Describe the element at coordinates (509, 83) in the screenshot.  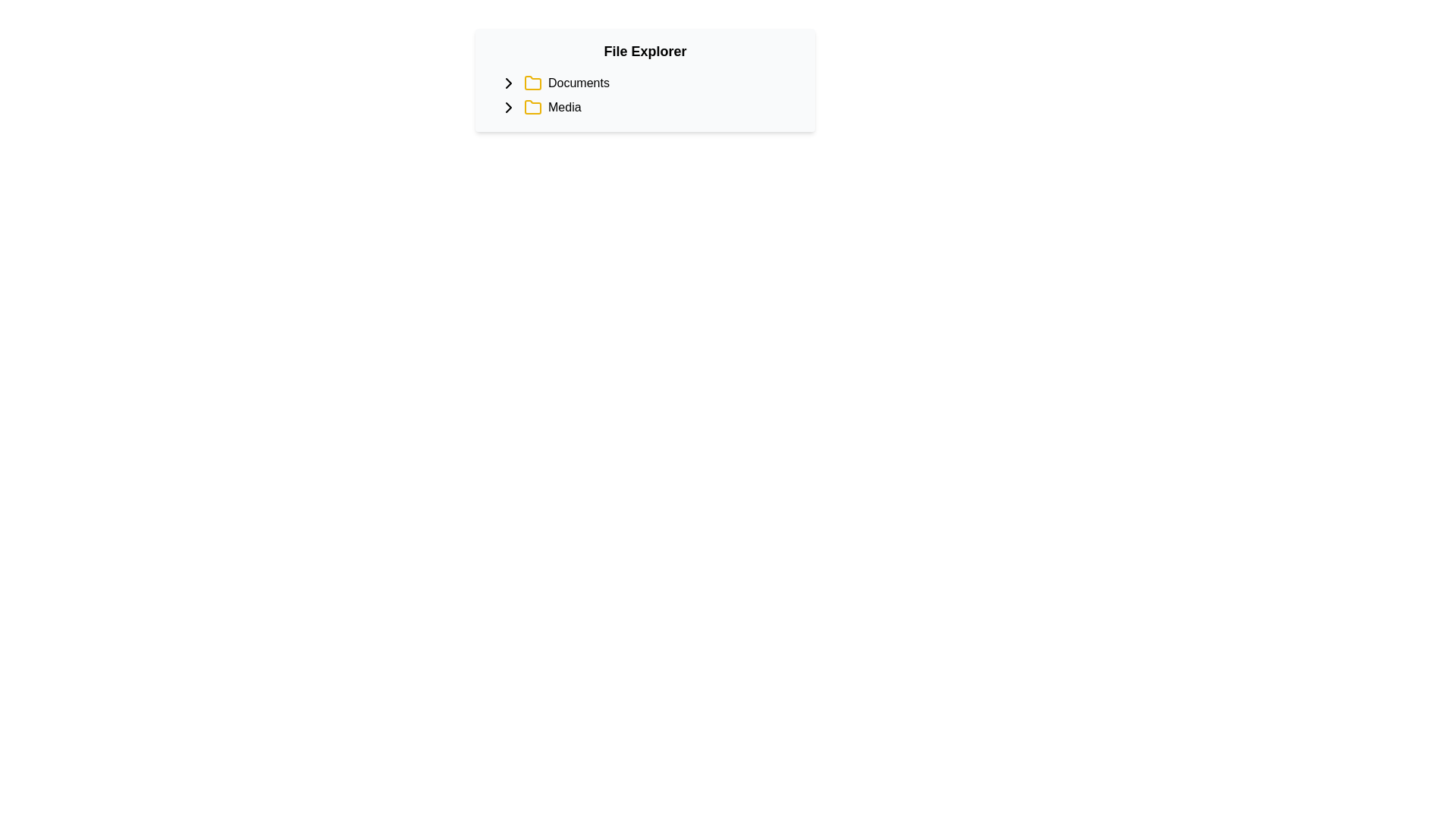
I see `the rightward arrow icon` at that location.